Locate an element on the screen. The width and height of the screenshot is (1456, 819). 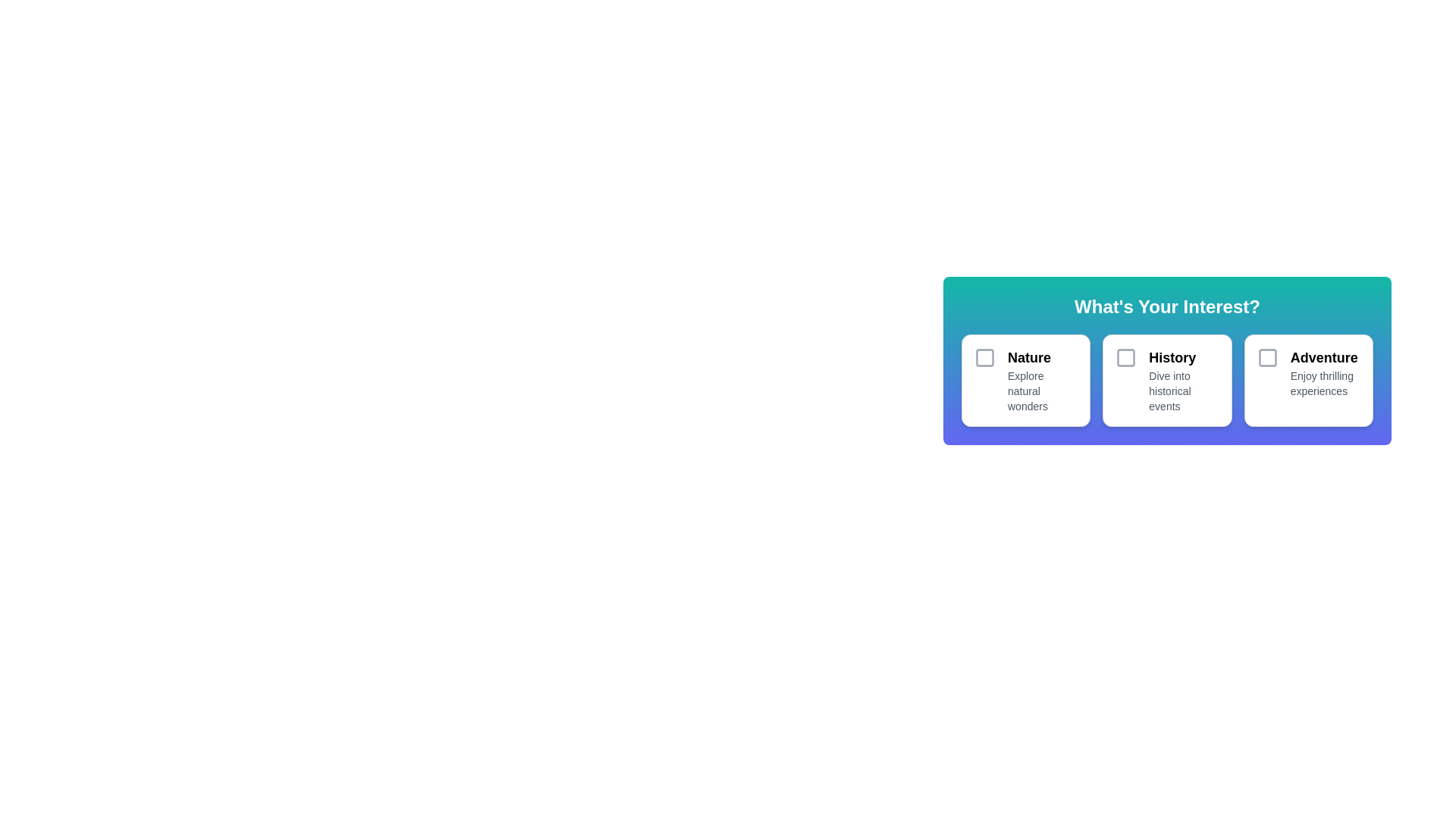
the middle panel in the grid that serves as an informational option for selecting or learning about history is located at coordinates (1166, 379).